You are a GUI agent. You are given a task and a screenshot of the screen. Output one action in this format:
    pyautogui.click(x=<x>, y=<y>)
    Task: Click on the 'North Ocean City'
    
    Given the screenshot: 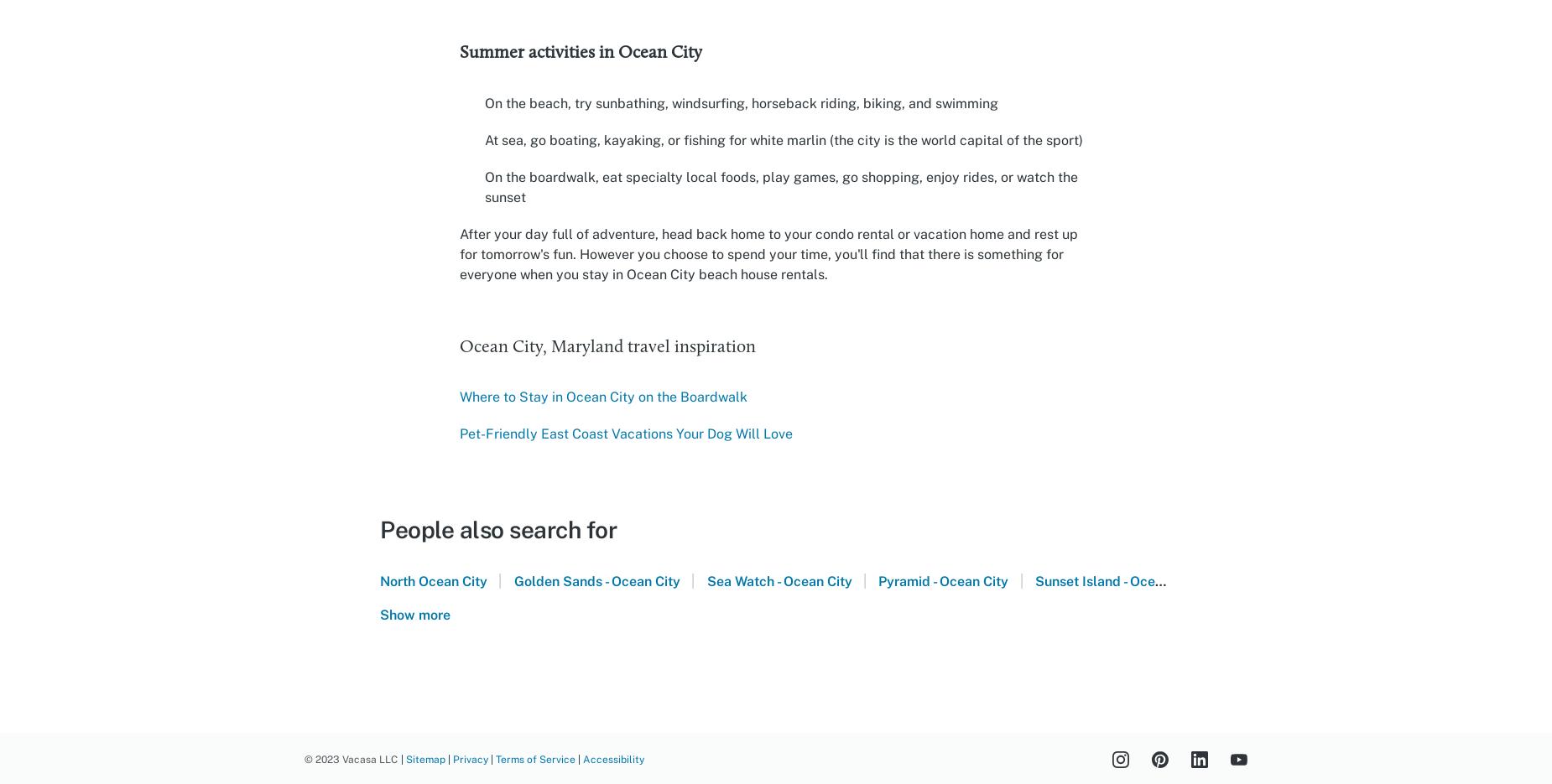 What is the action you would take?
    pyautogui.click(x=434, y=580)
    